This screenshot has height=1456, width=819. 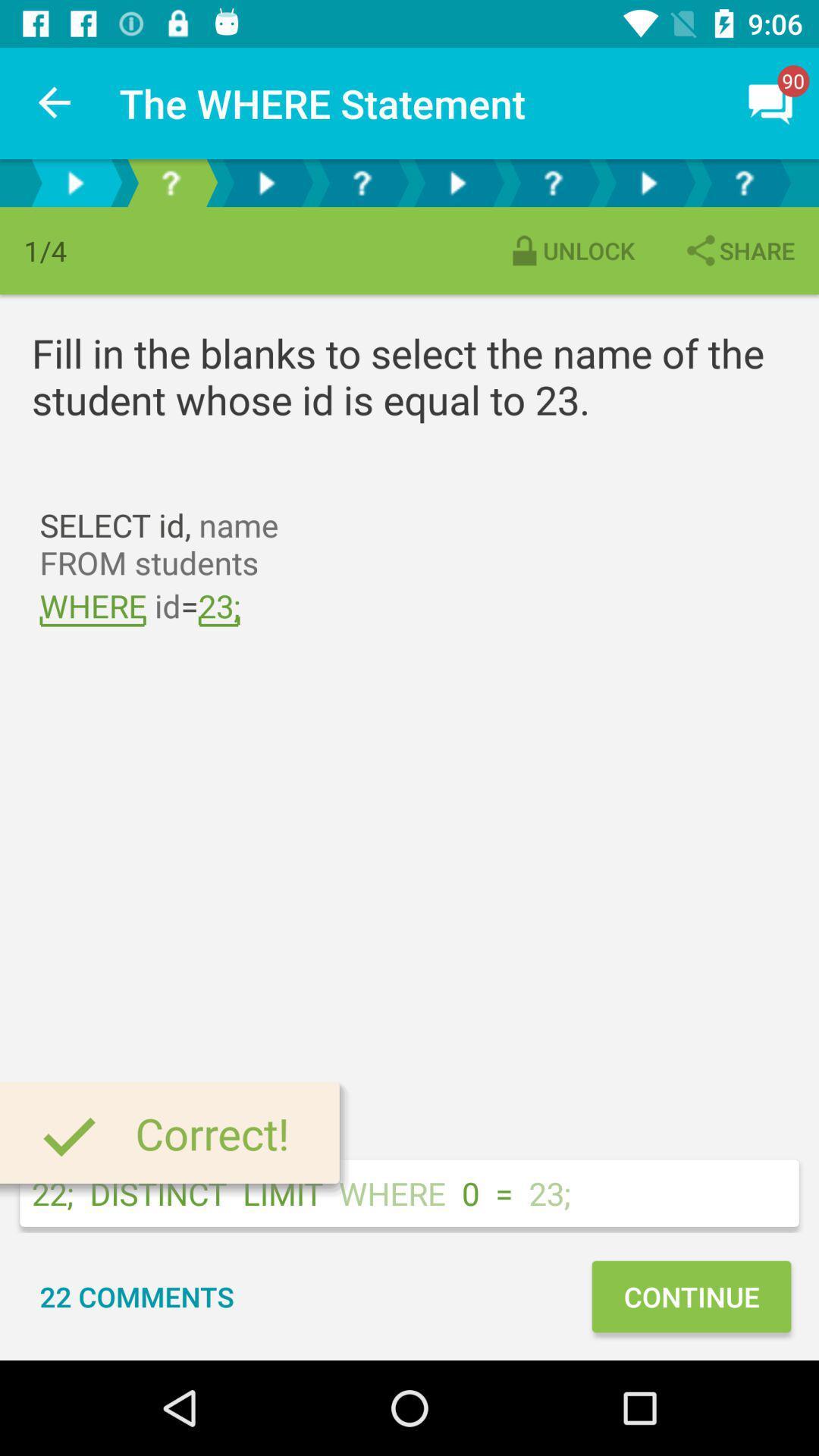 I want to click on item next to the where statement item, so click(x=55, y=102).